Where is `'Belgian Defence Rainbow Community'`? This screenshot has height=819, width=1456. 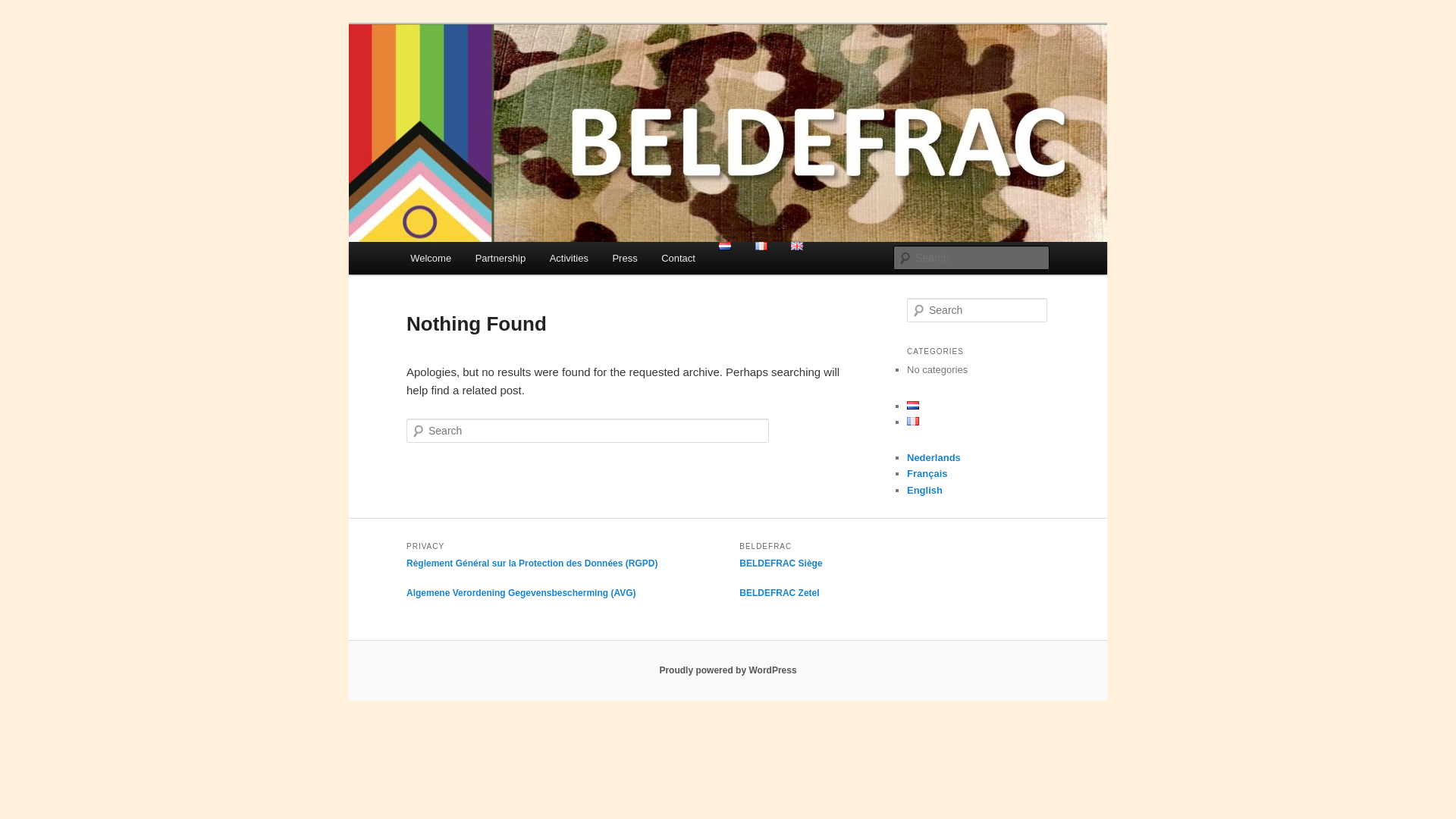 'Belgian Defence Rainbow Community' is located at coordinates (406, 79).